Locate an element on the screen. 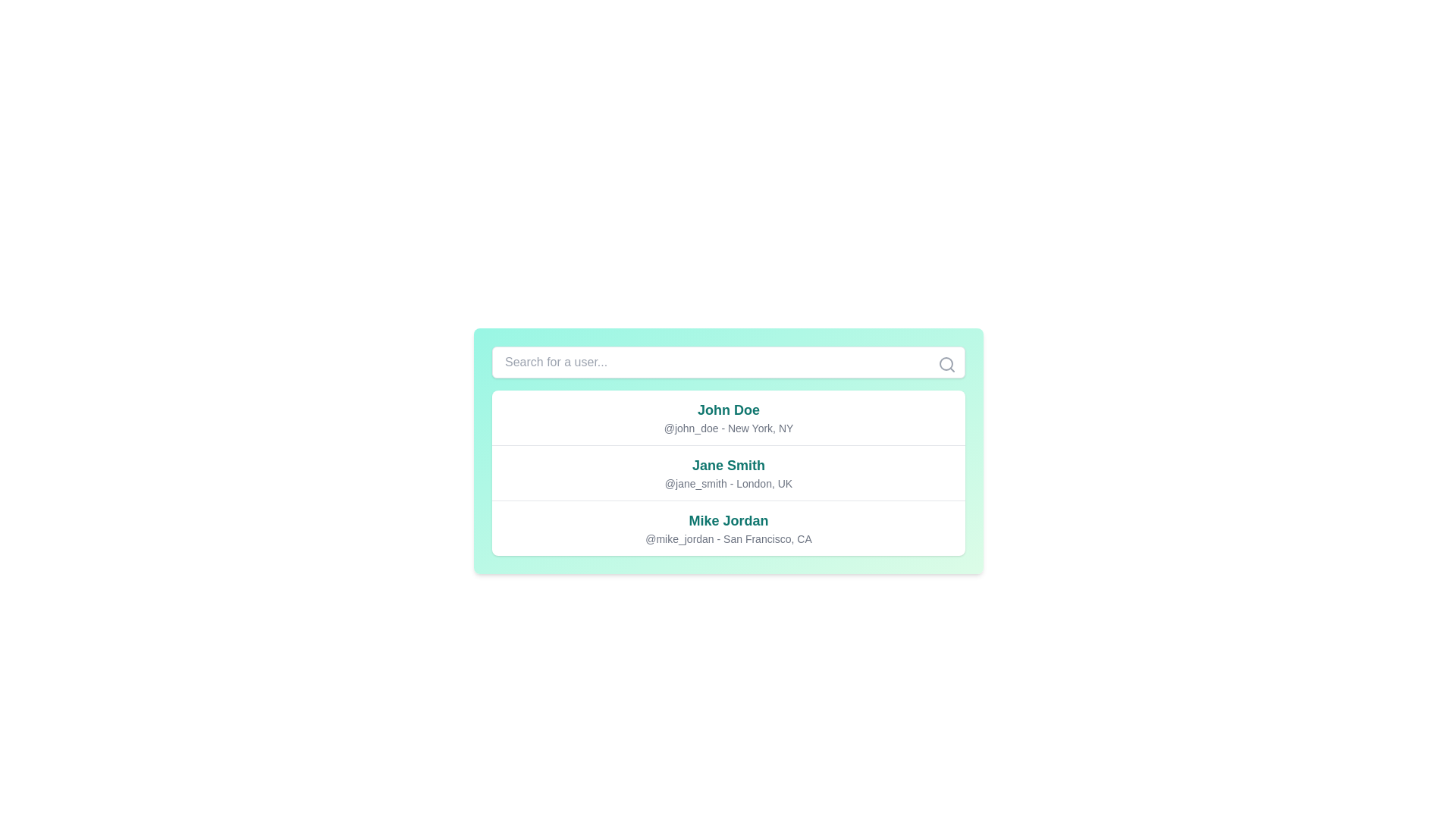 The height and width of the screenshot is (819, 1456). the circular outline of the search icon located at the top-right corner of the search input field is located at coordinates (946, 363).